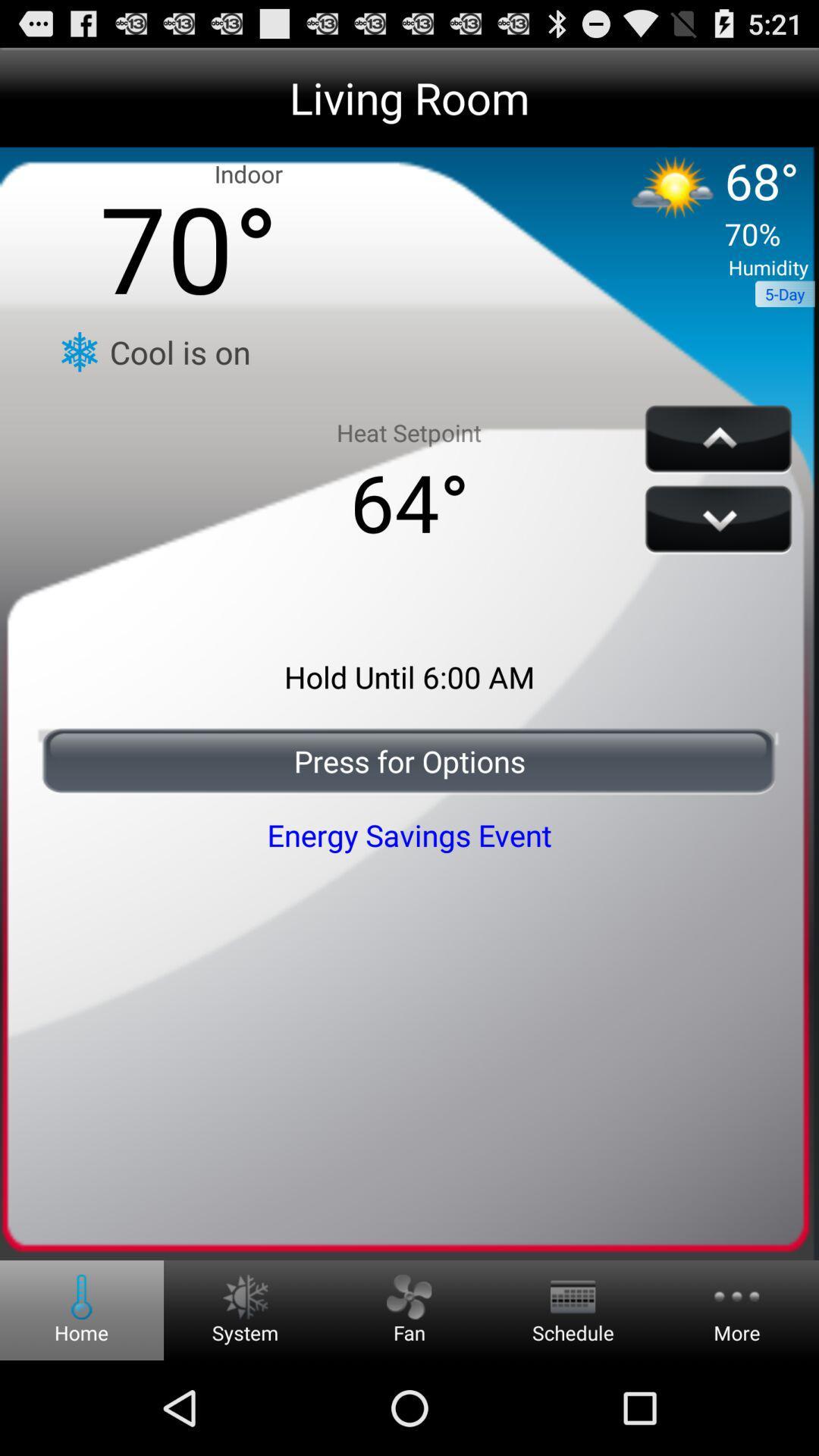  I want to click on the icon next to the indoor, so click(704, 206).